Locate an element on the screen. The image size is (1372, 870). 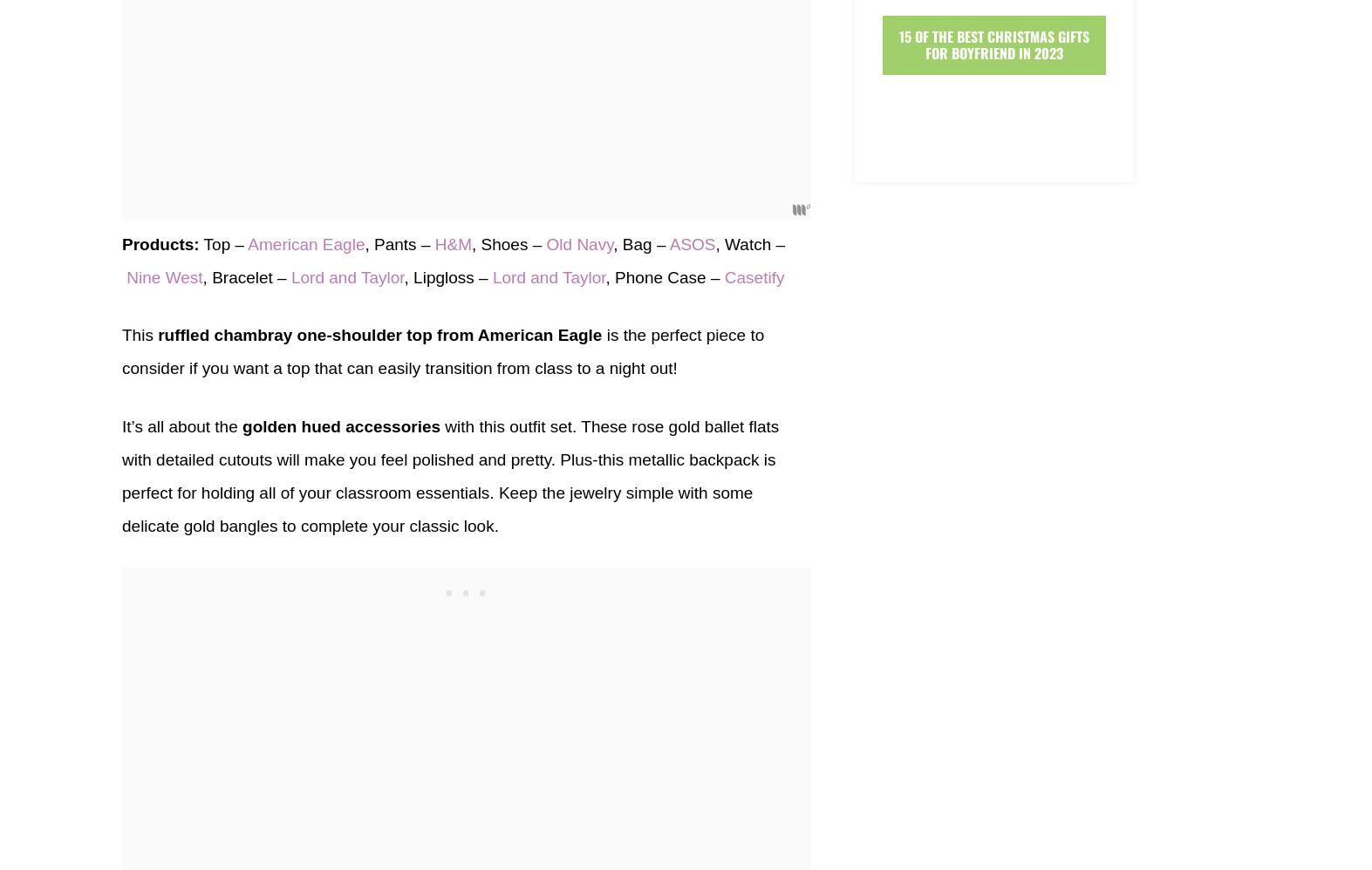
'This' is located at coordinates (140, 334).